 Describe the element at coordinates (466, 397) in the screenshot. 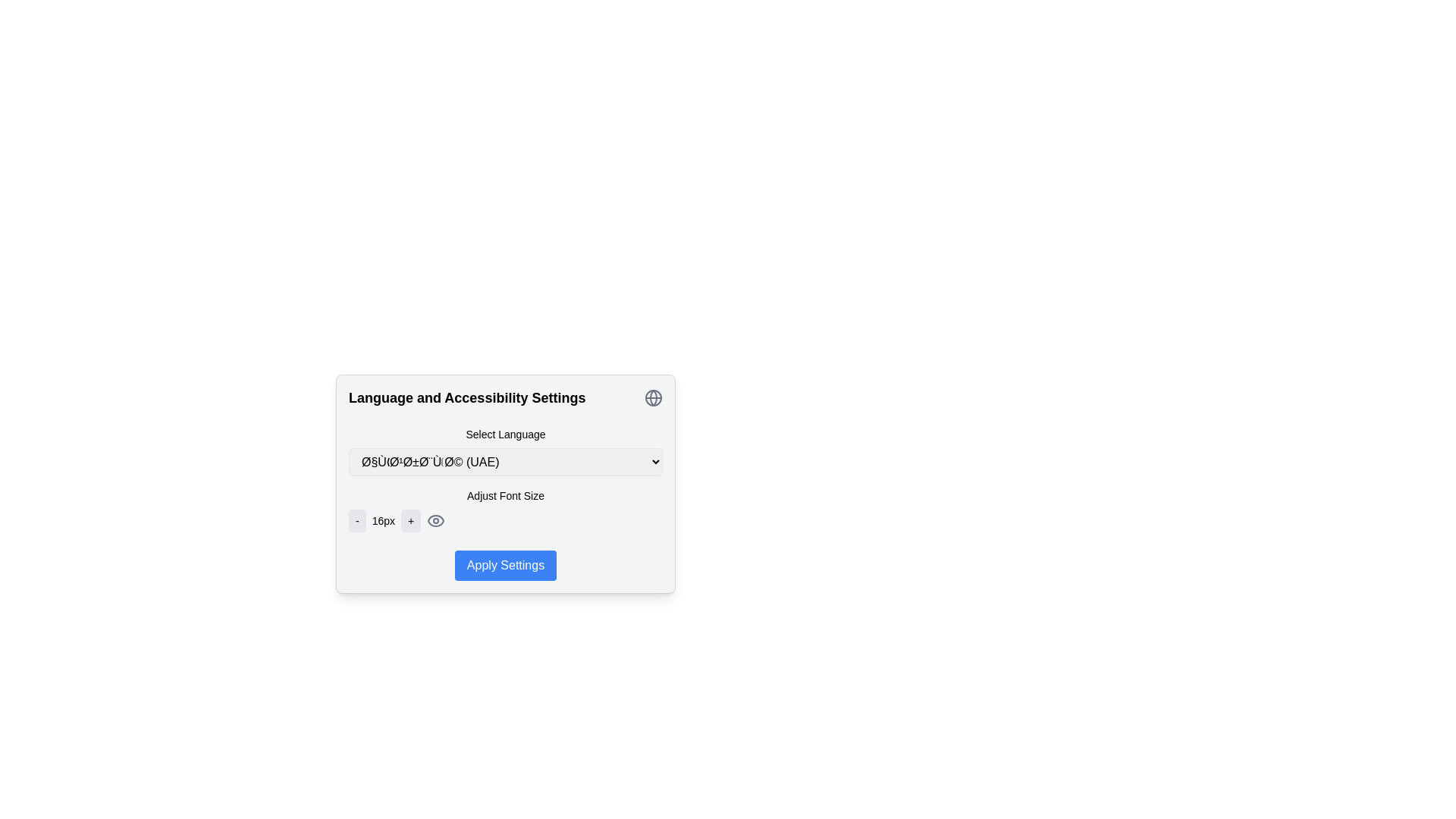

I see `the text label 'Language and Accessibility Settings', which is styled as a bold heading at the top of a smaller, centered interface card` at that location.